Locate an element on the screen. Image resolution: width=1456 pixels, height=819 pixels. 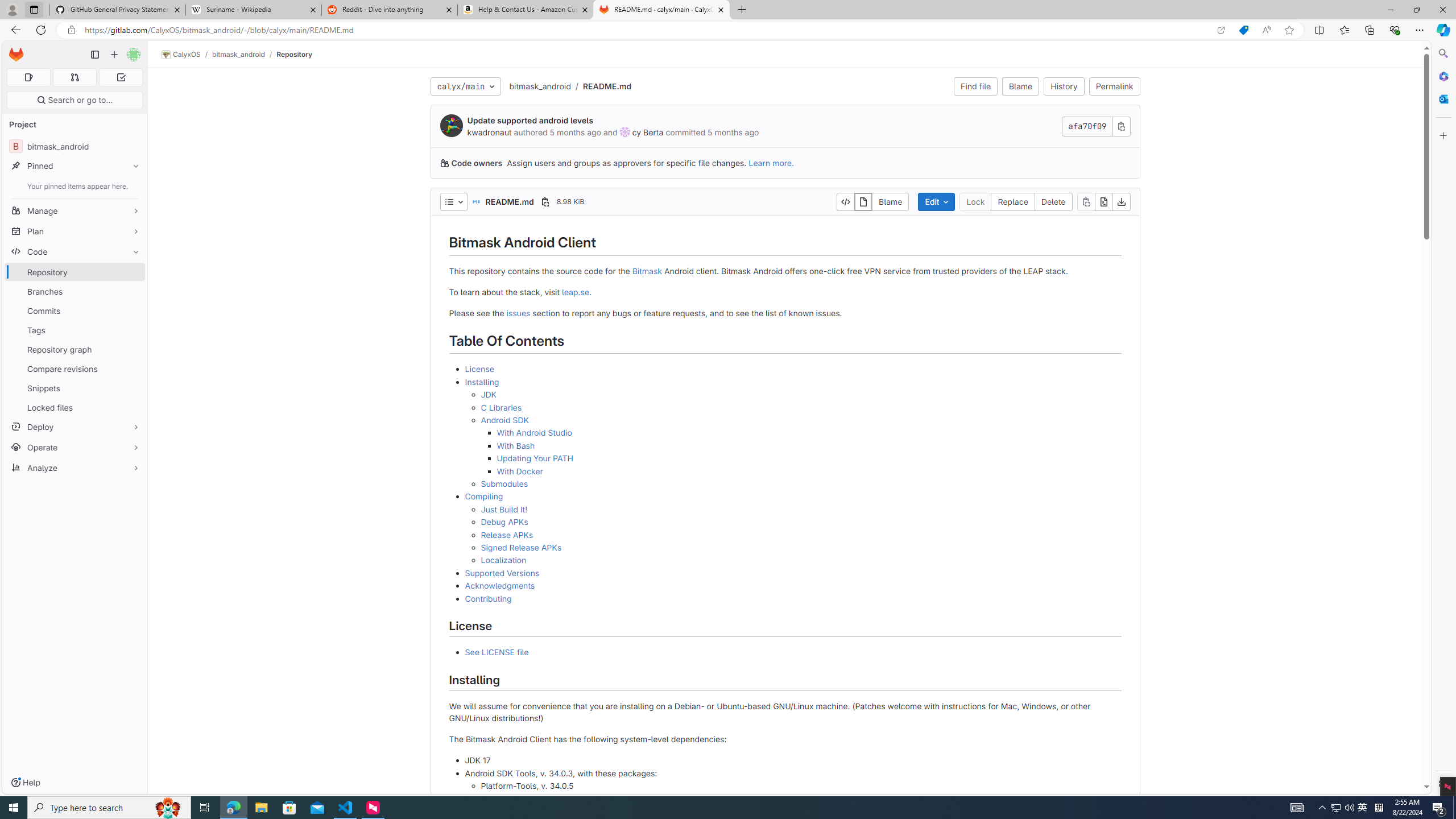
'Replace' is located at coordinates (1012, 201).